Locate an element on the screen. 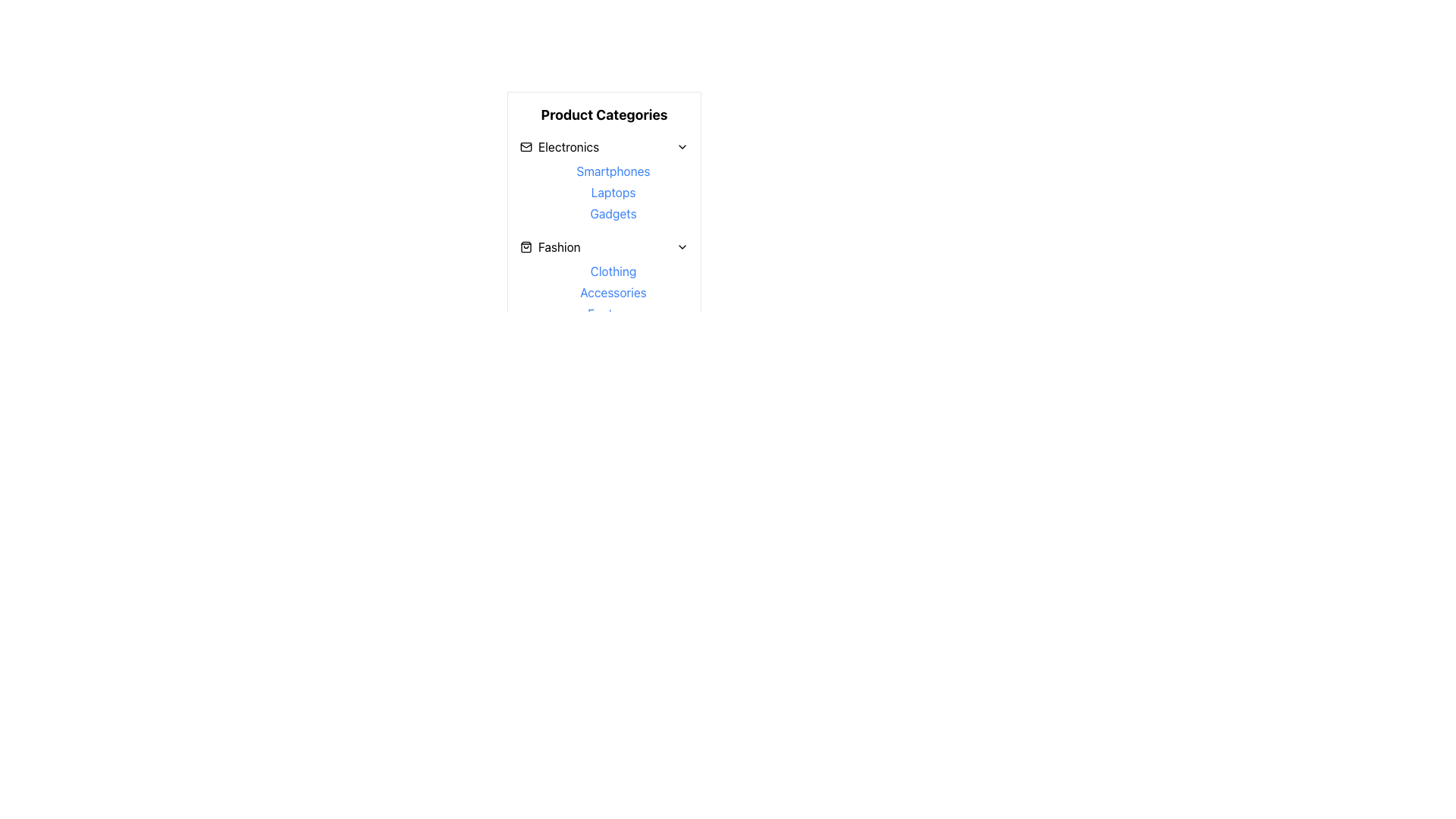  the chevron icon for dropdown functionality located at the rightmost side of the 'Electronics' category heading is located at coordinates (682, 146).